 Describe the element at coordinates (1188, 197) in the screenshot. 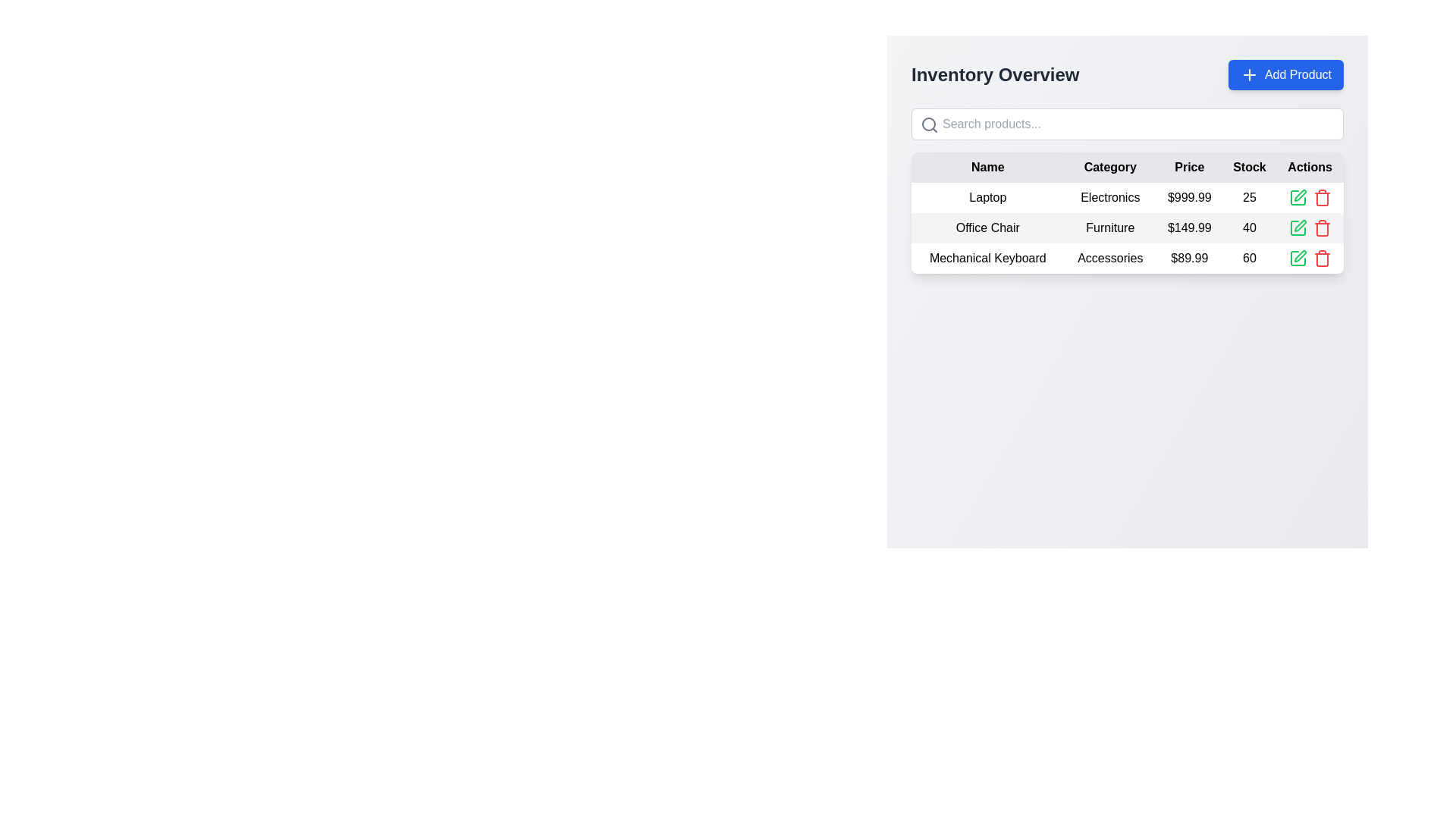

I see `the price label displaying '$999.99' in bold black text located under the 'Price' column in the first row of the table` at that location.